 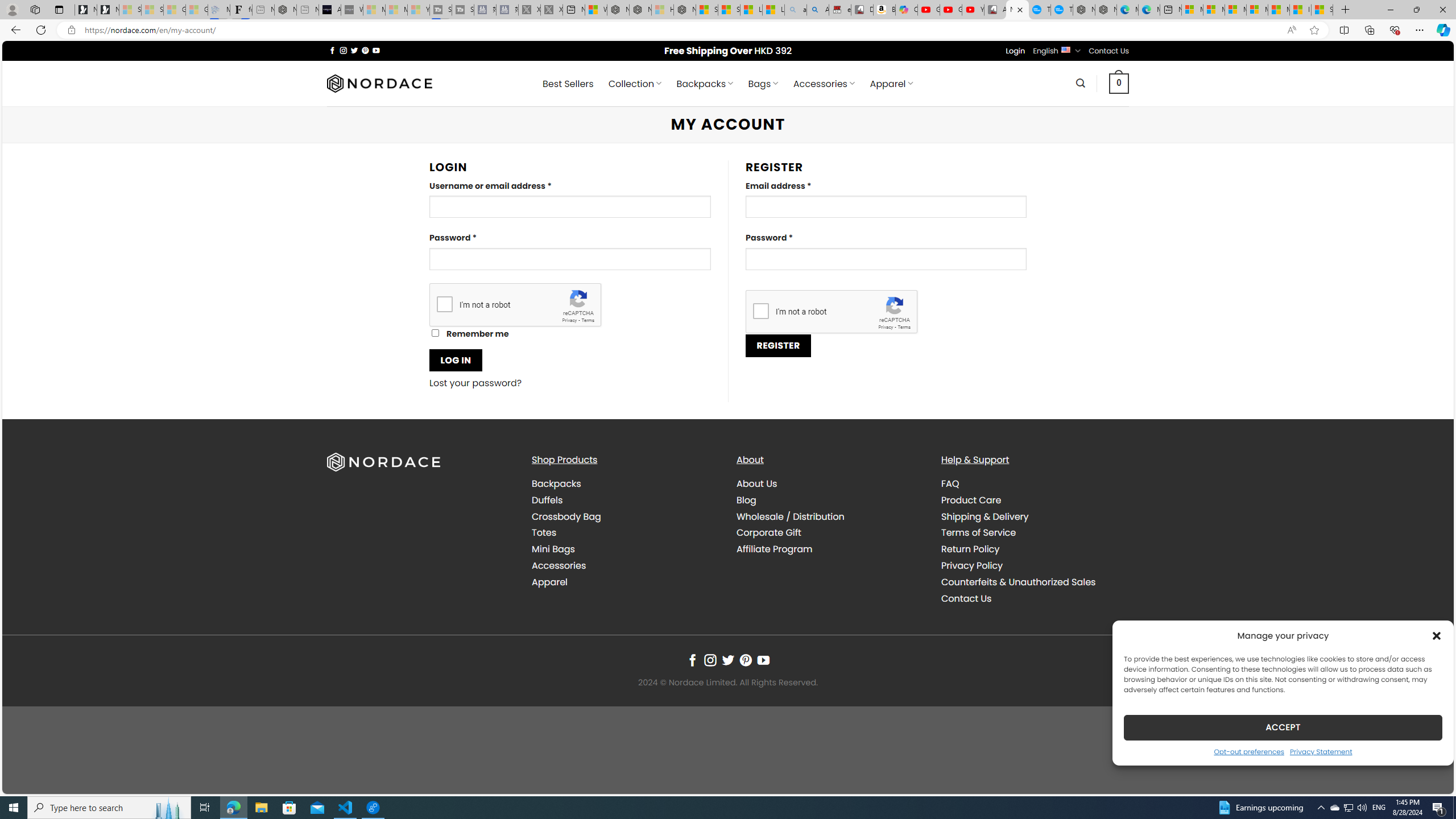 What do you see at coordinates (777, 345) in the screenshot?
I see `'REGISTER'` at bounding box center [777, 345].